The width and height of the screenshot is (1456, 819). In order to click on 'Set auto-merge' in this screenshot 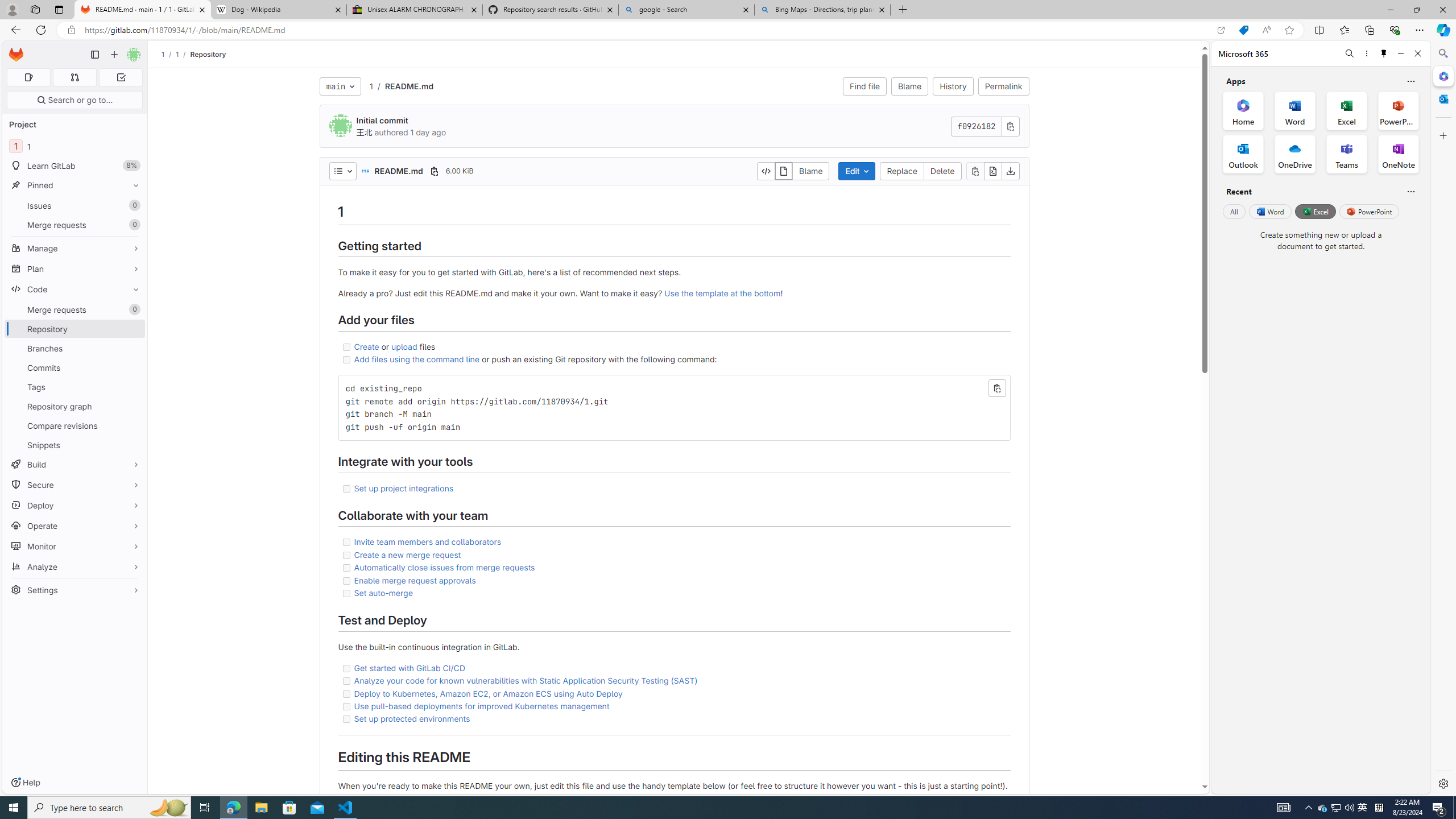, I will do `click(383, 592)`.